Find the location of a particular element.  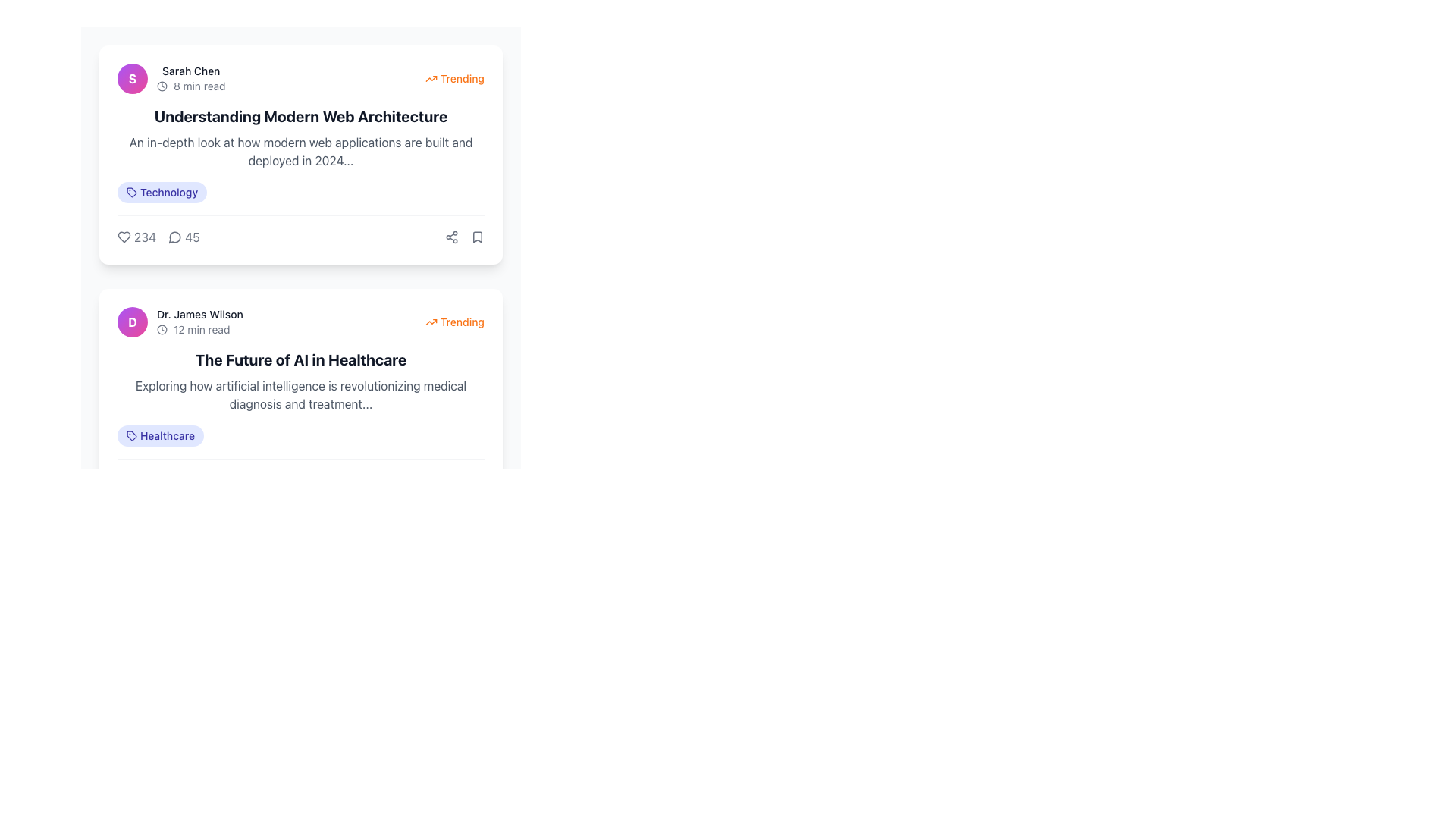

the informational text block displaying the article excerpt titled 'The Future of AI in Healthcare', which is styled as a clickable headline and located in the second article card beneath the author's name and 'Trending' label is located at coordinates (301, 380).